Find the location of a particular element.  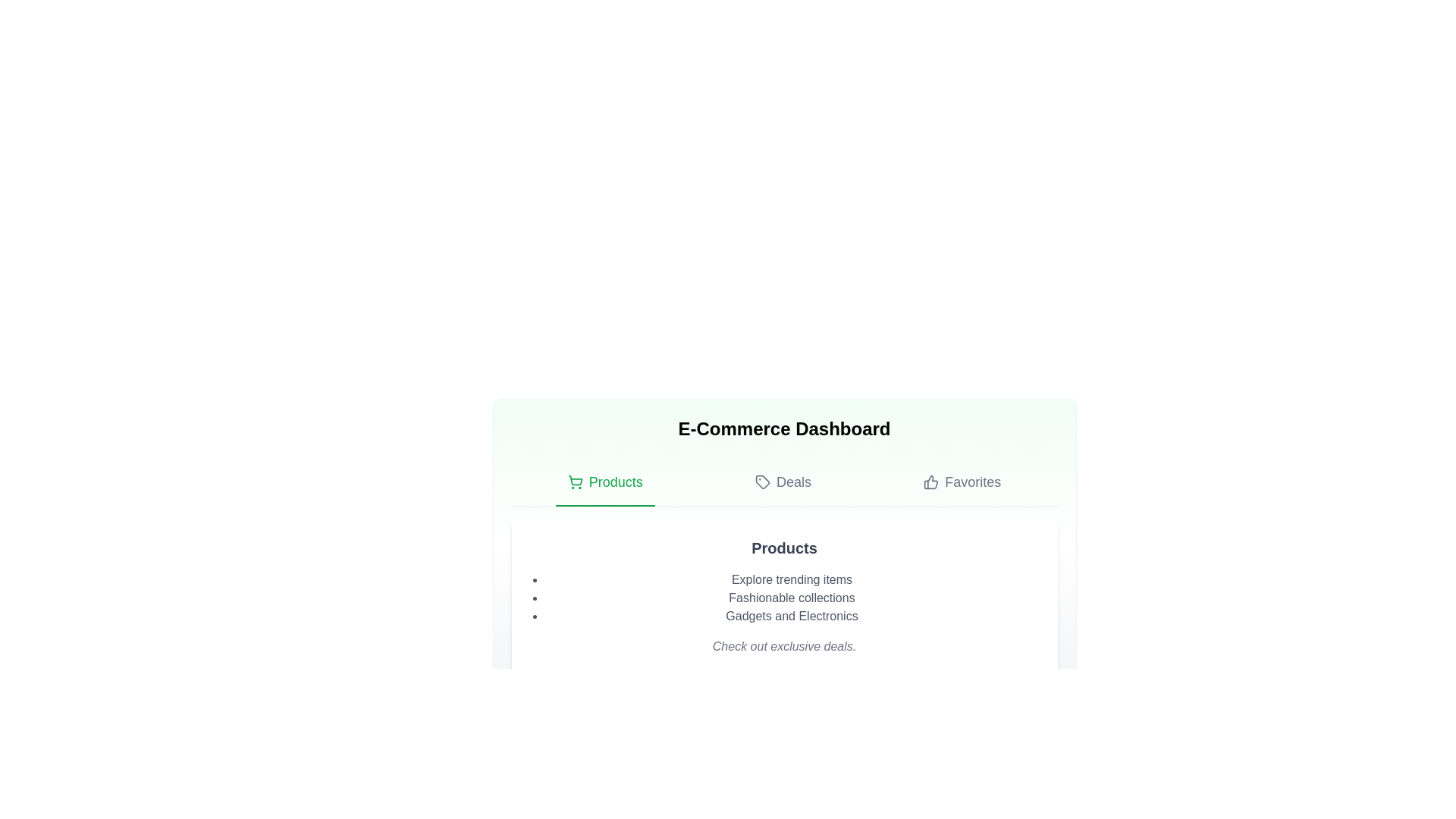

the 'Favorites' navigation button, which is the third option in a row of three links is located at coordinates (962, 482).